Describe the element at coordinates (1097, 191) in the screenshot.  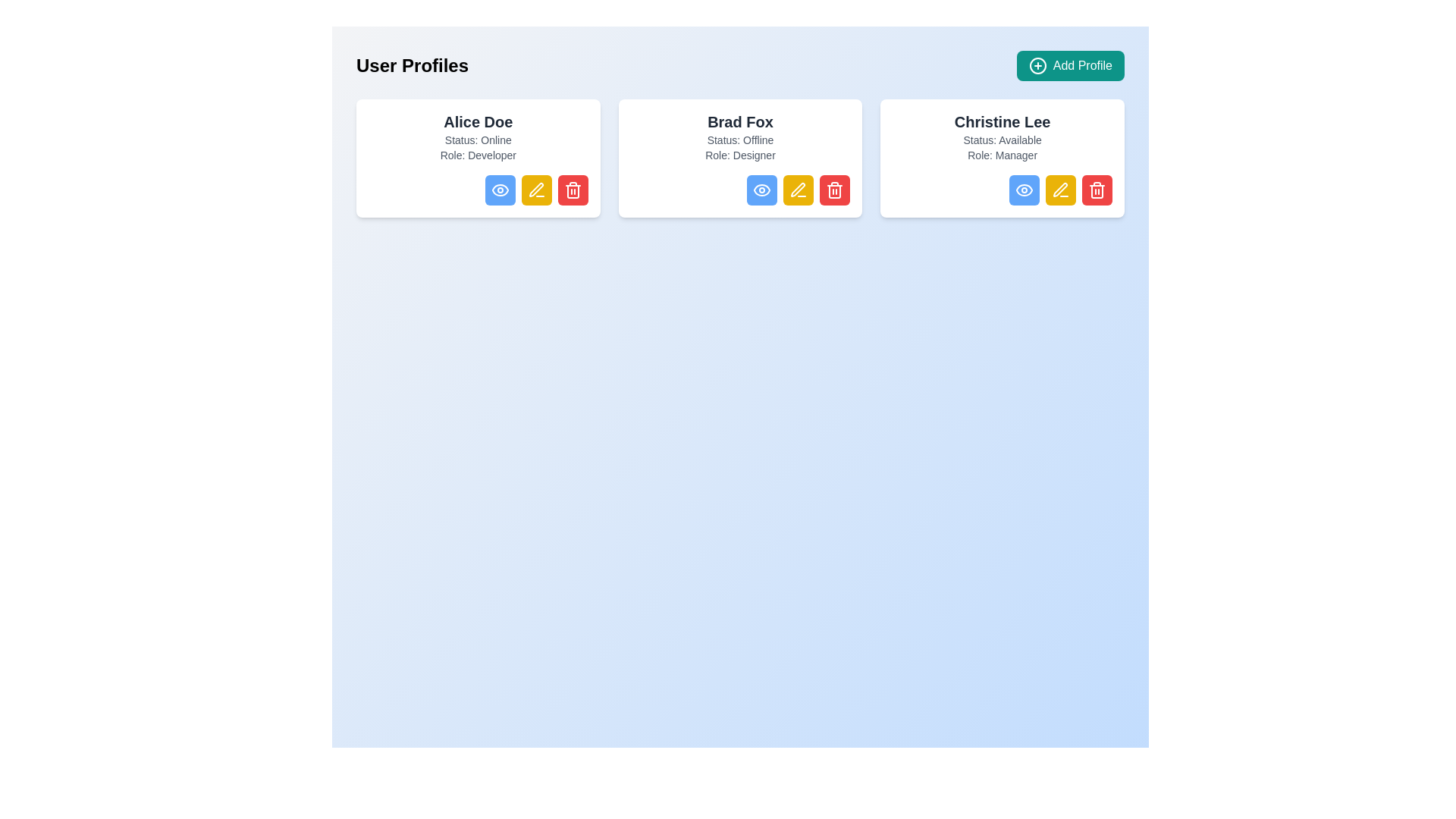
I see `the trash can icon button for deleting the user profile associated with 'Christine Lee'` at that location.